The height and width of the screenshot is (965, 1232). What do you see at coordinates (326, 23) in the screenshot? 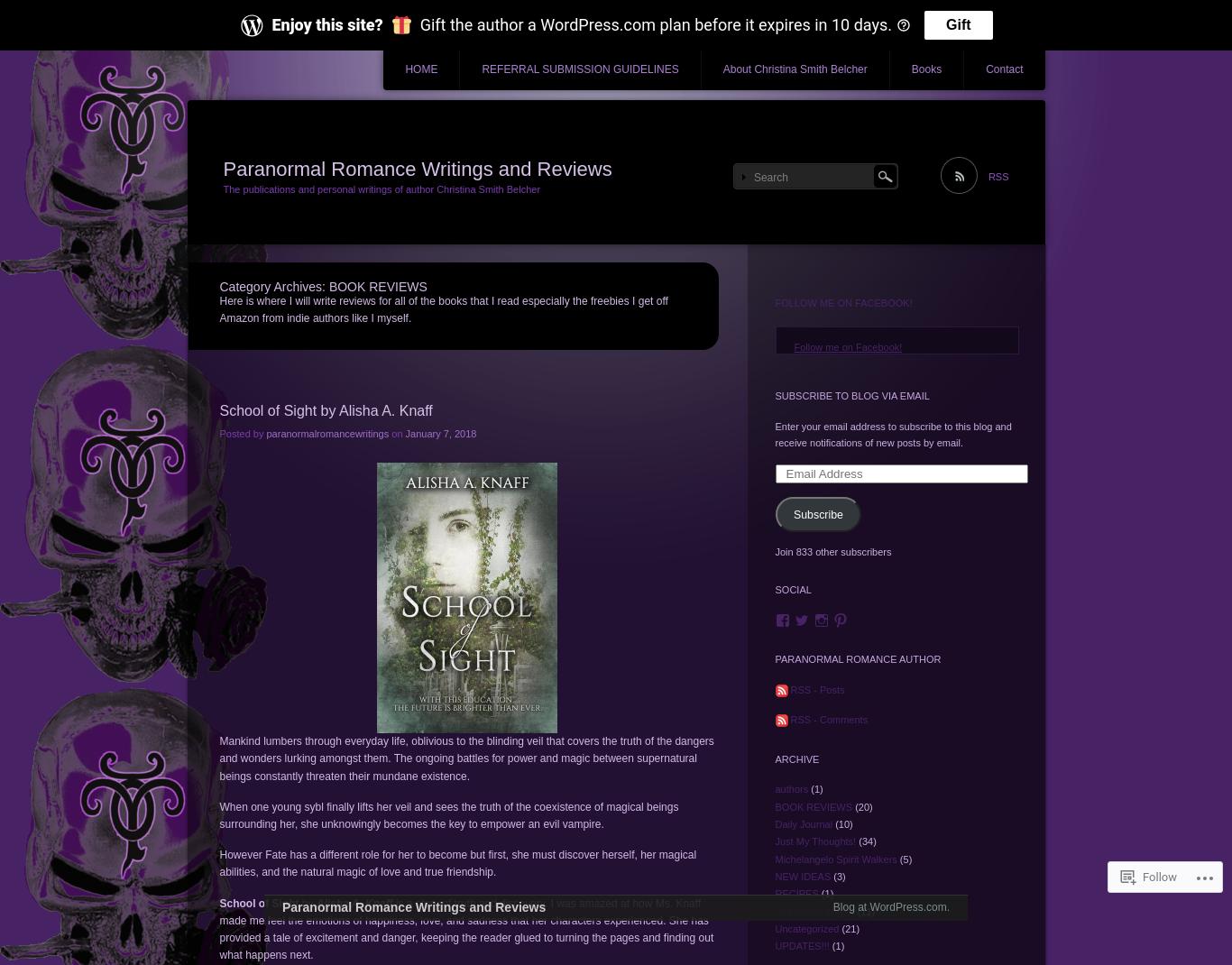
I see `'Enjoy this site?'` at bounding box center [326, 23].